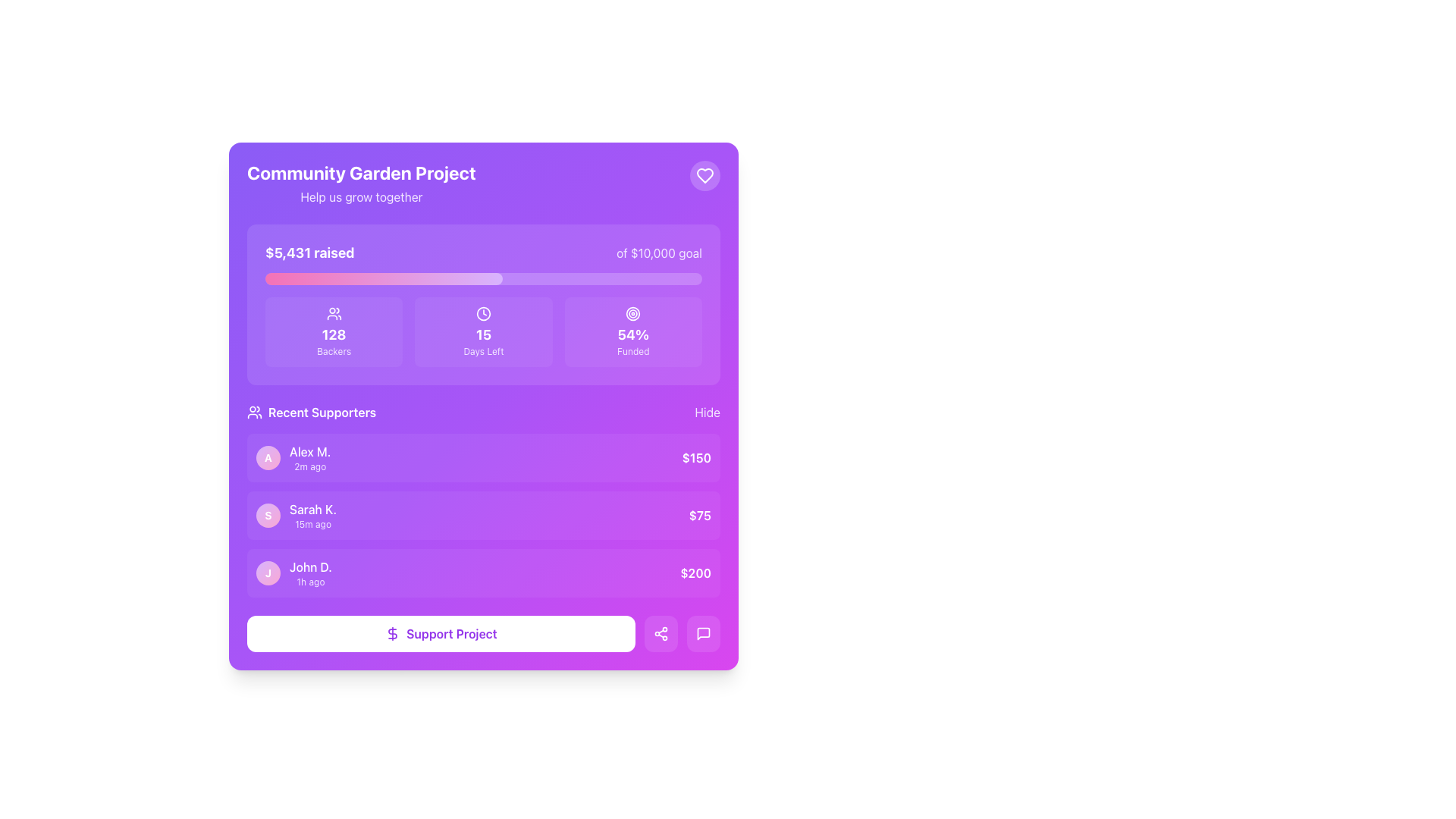 This screenshot has width=1456, height=819. I want to click on the first item entry labeled 'Alex M.' in the 'Recent Supporters' list, so click(483, 457).